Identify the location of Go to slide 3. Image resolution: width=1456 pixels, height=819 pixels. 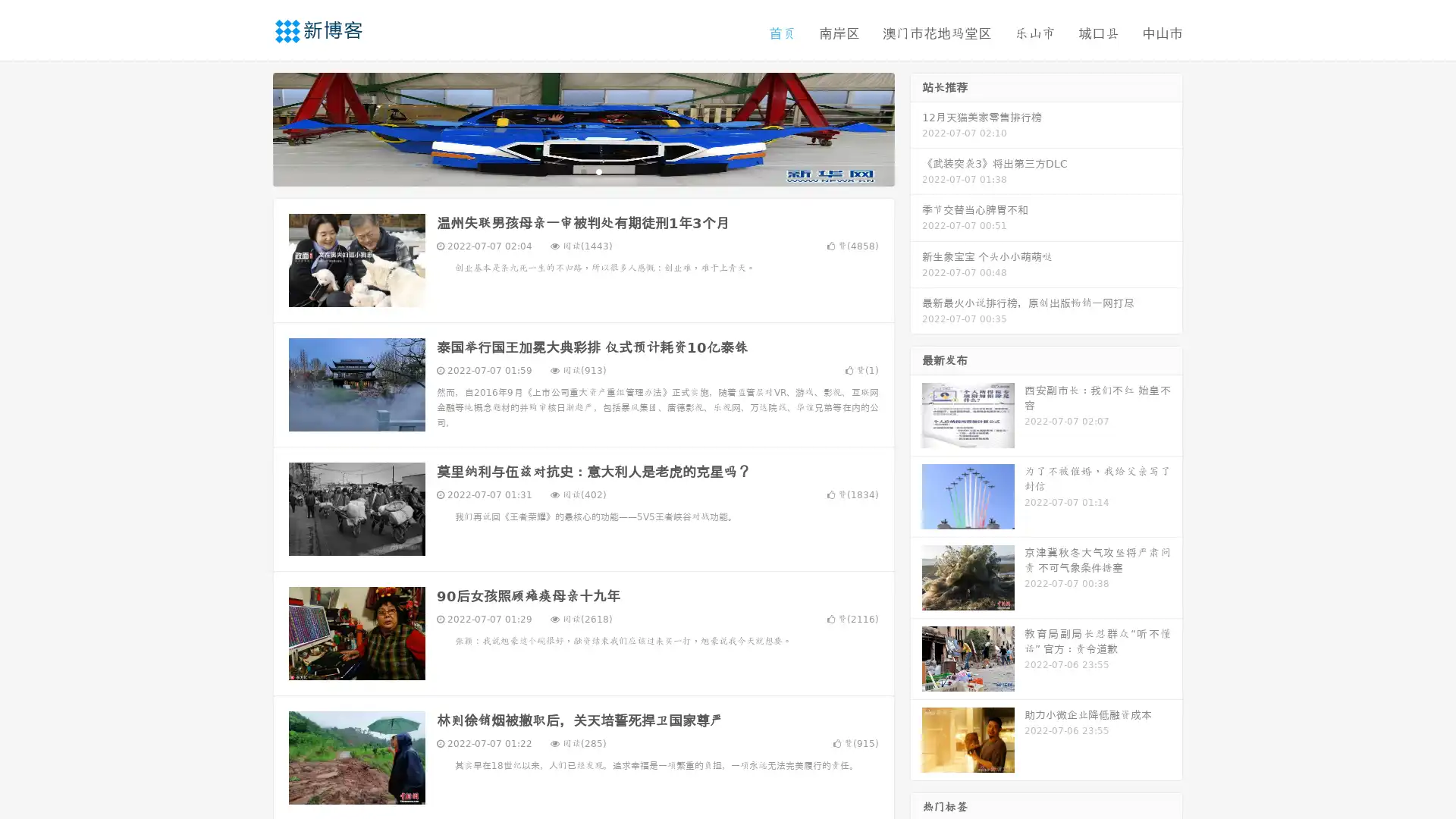
(598, 171).